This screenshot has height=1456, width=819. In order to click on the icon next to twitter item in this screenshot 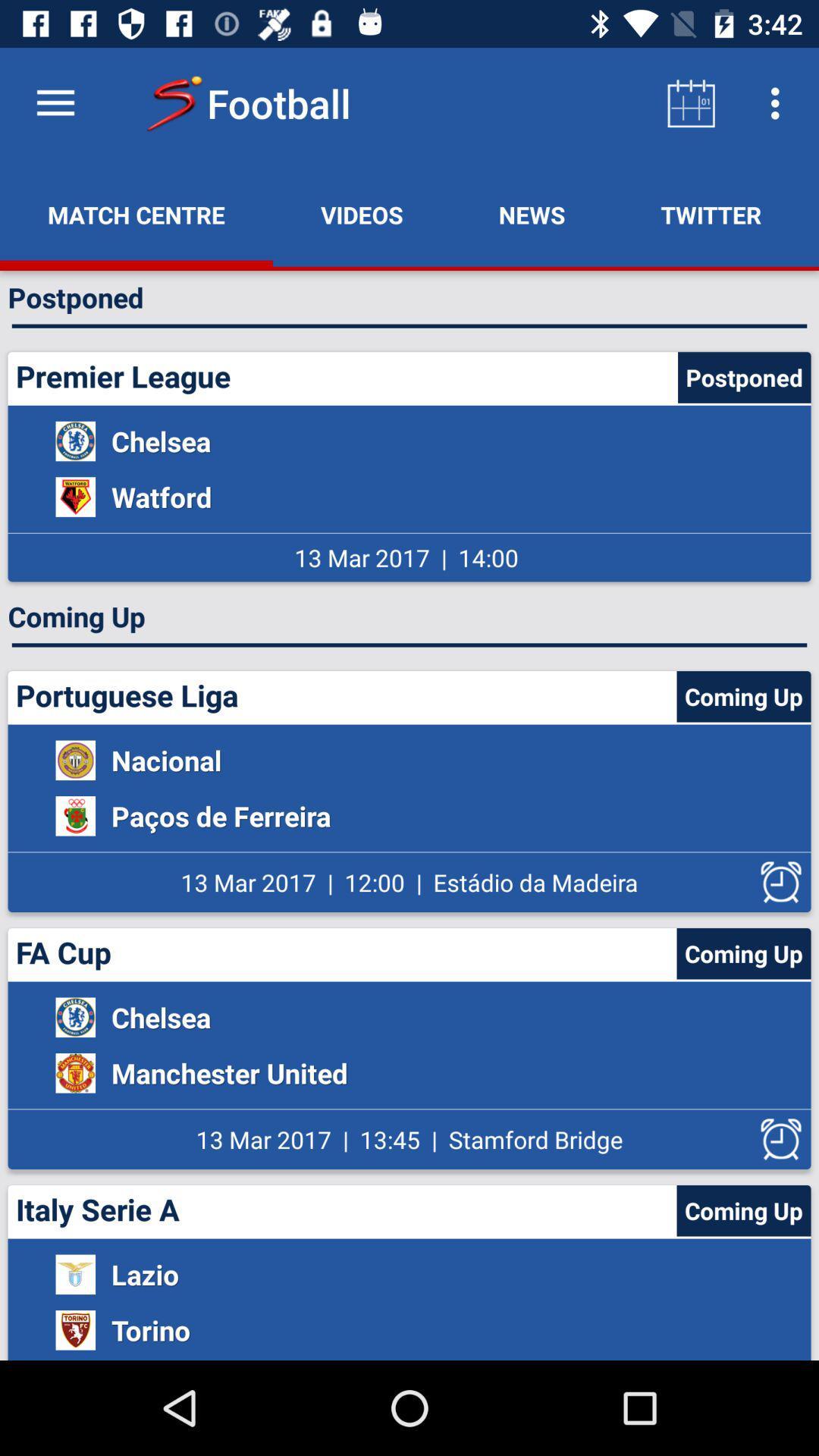, I will do `click(531, 214)`.